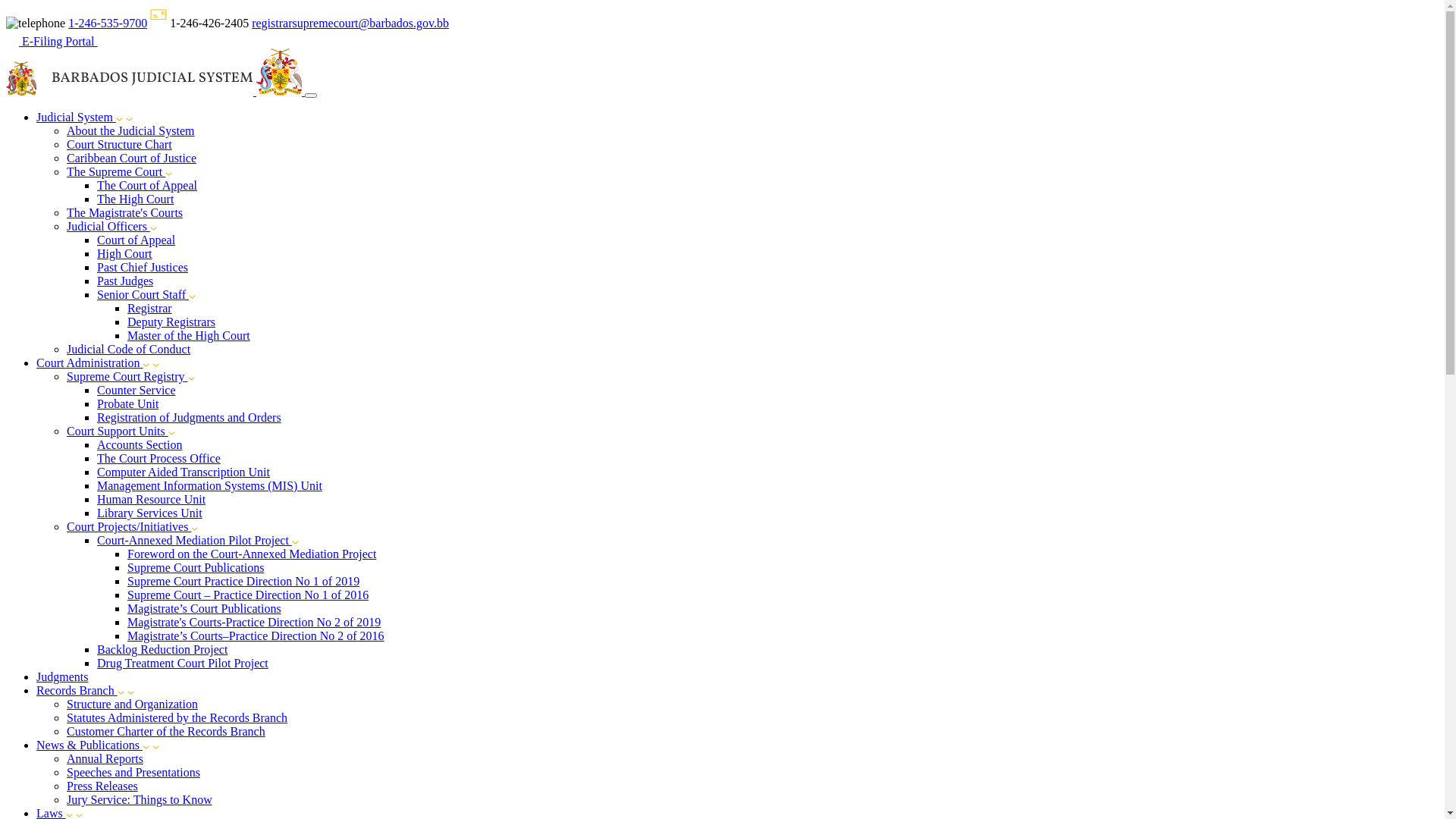  Describe the element at coordinates (166, 730) in the screenshot. I see `'Customer Charter of the Records Branch'` at that location.